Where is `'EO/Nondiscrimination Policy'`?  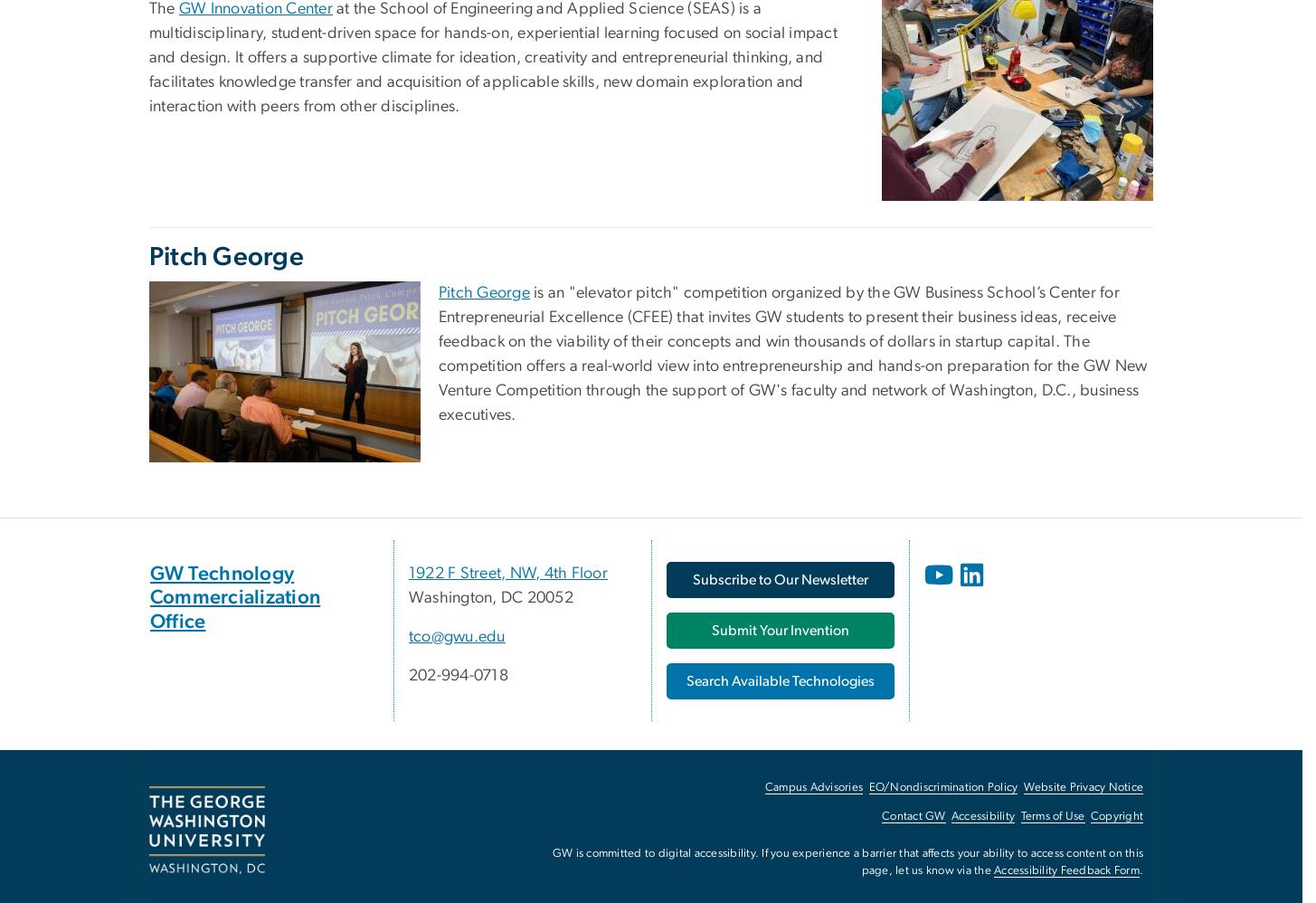 'EO/Nondiscrimination Policy' is located at coordinates (942, 785).